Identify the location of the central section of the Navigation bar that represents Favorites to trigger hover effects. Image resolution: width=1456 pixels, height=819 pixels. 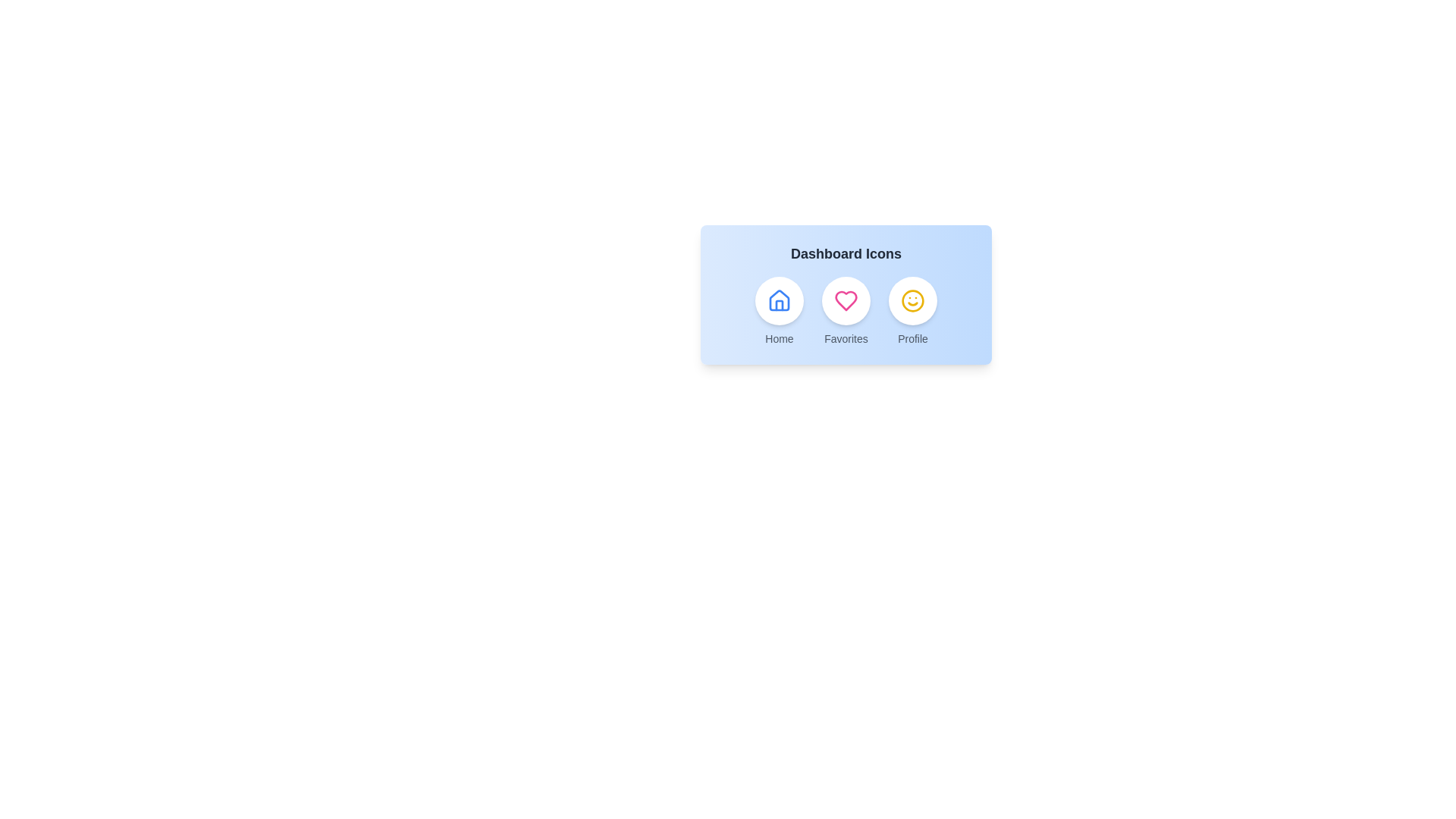
(846, 311).